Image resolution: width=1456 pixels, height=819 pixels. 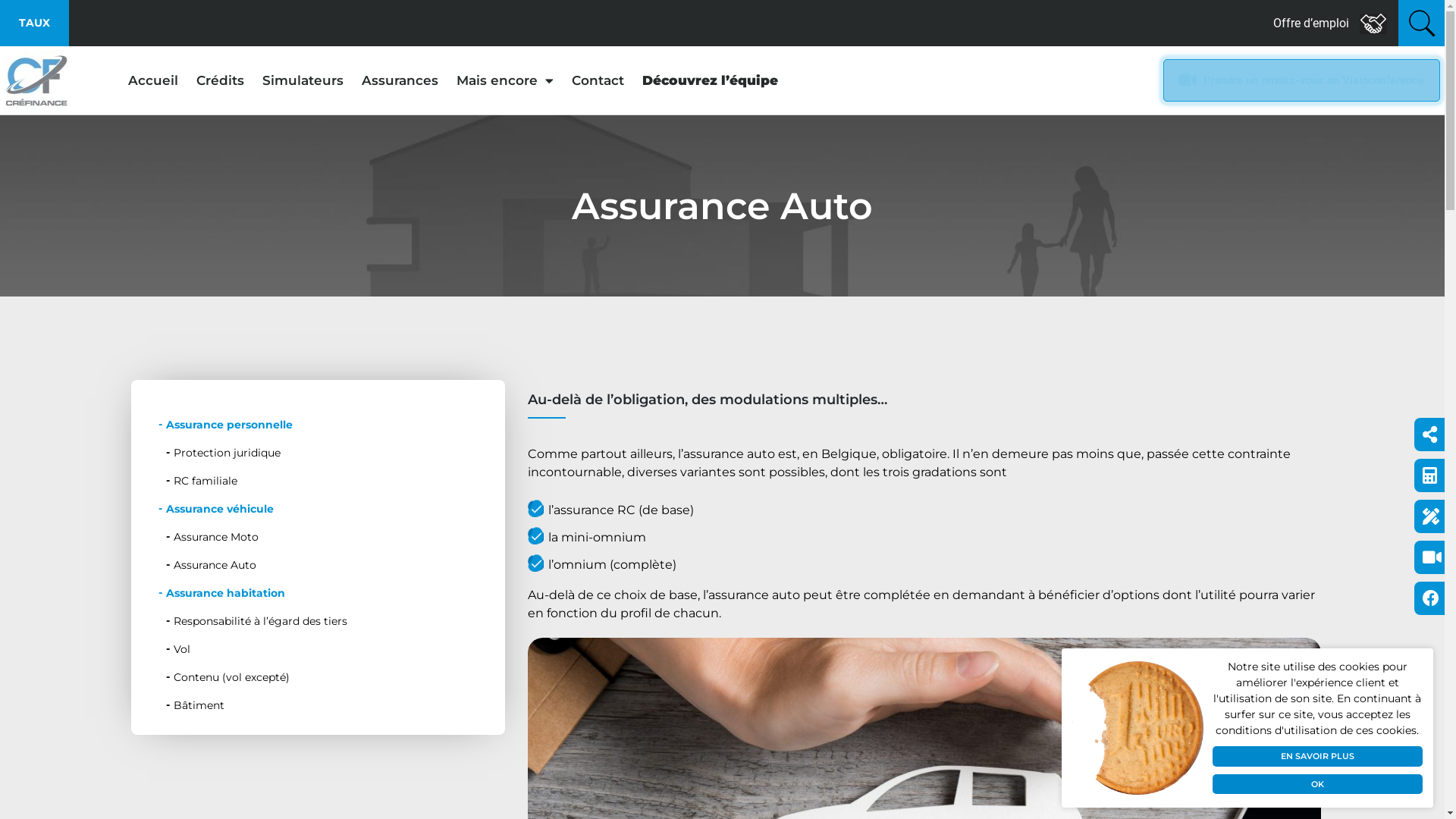 What do you see at coordinates (152, 536) in the screenshot?
I see `'Assurance Moto'` at bounding box center [152, 536].